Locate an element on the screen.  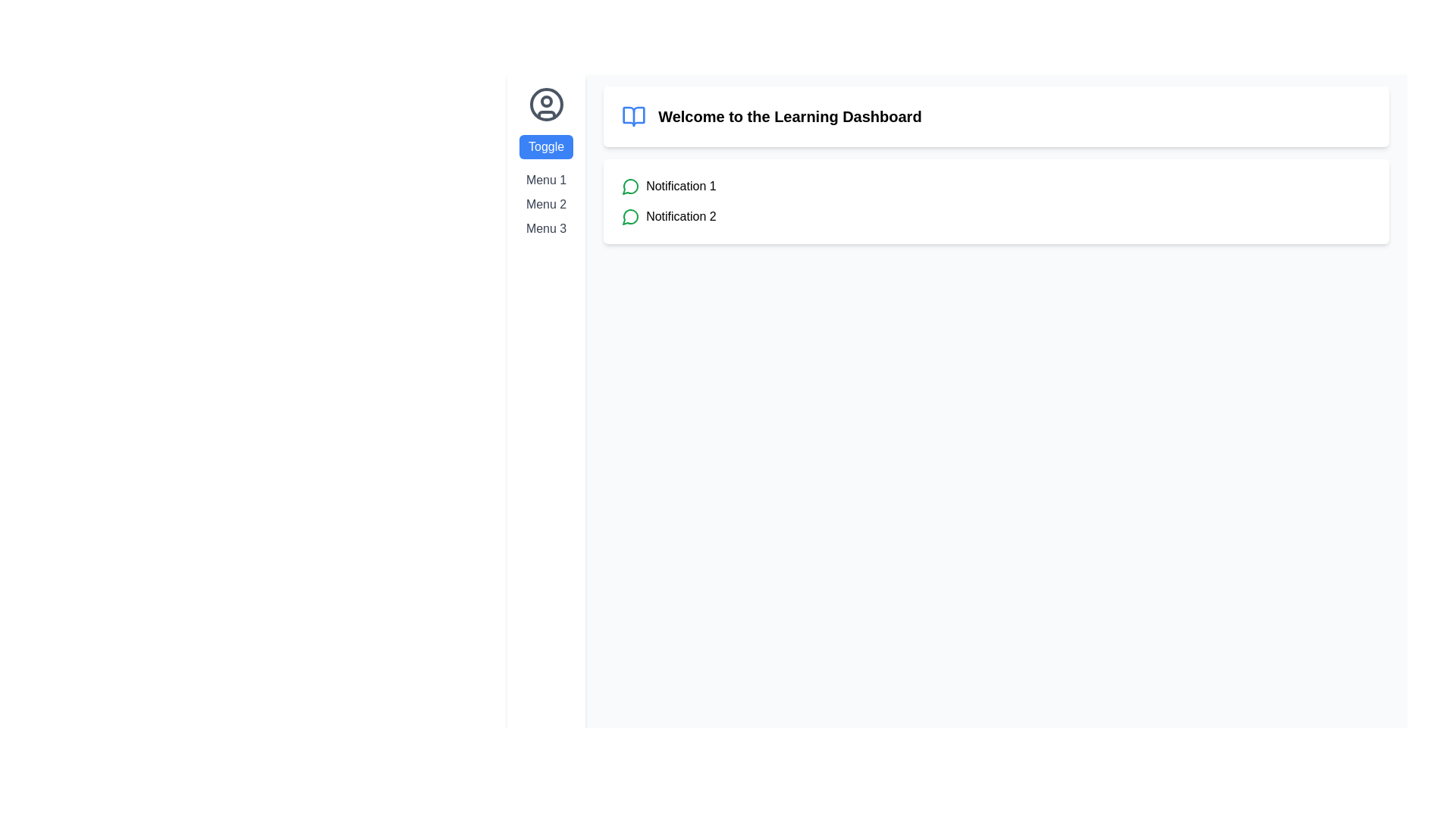
the user profile image represented by the Circle within the SVG structure located in the top-left corner of the application interface is located at coordinates (546, 104).